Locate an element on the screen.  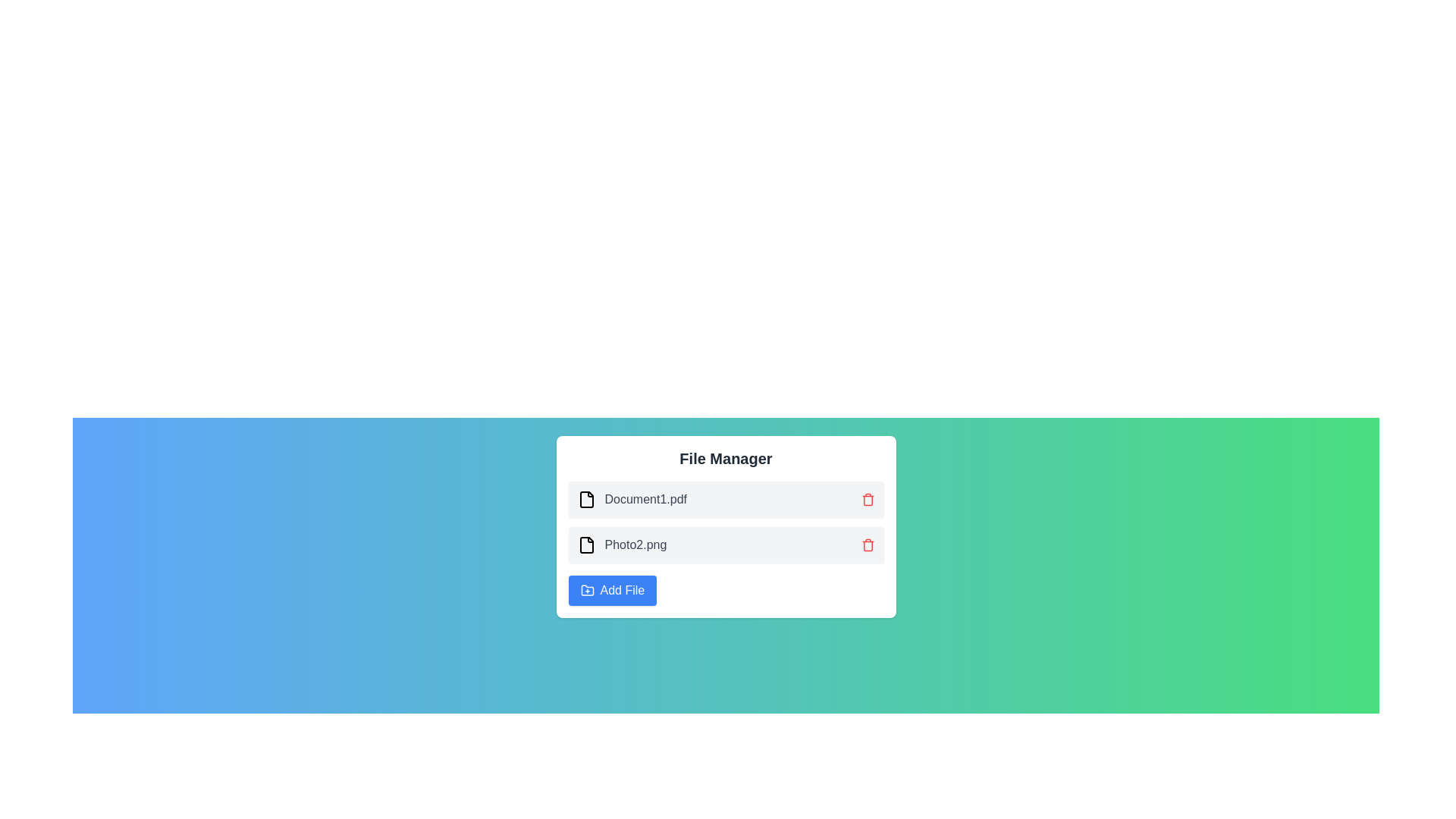
the Trash icon/button for the file 'Photo2.png' is located at coordinates (868, 544).